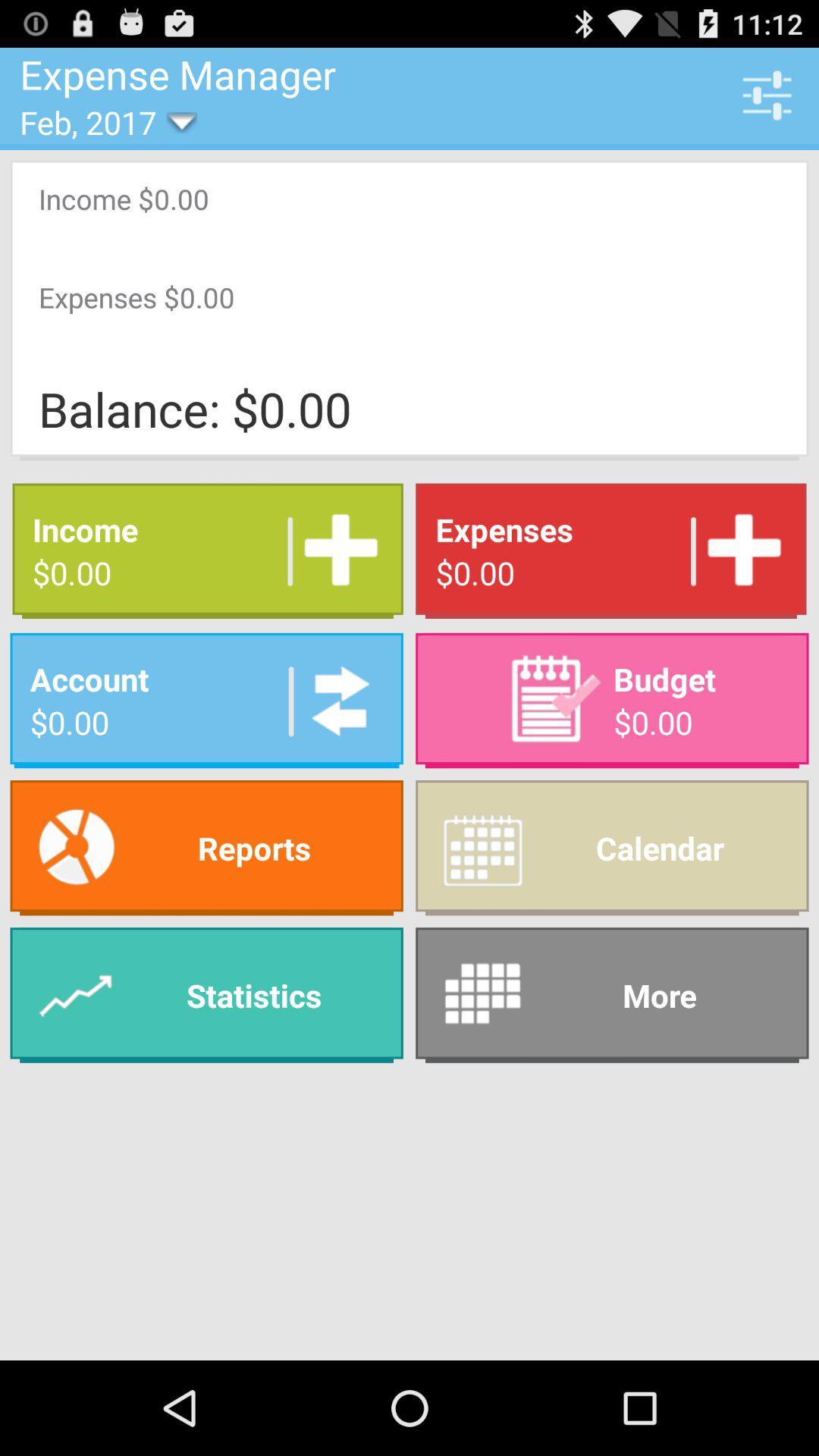  I want to click on expand, so click(334, 550).